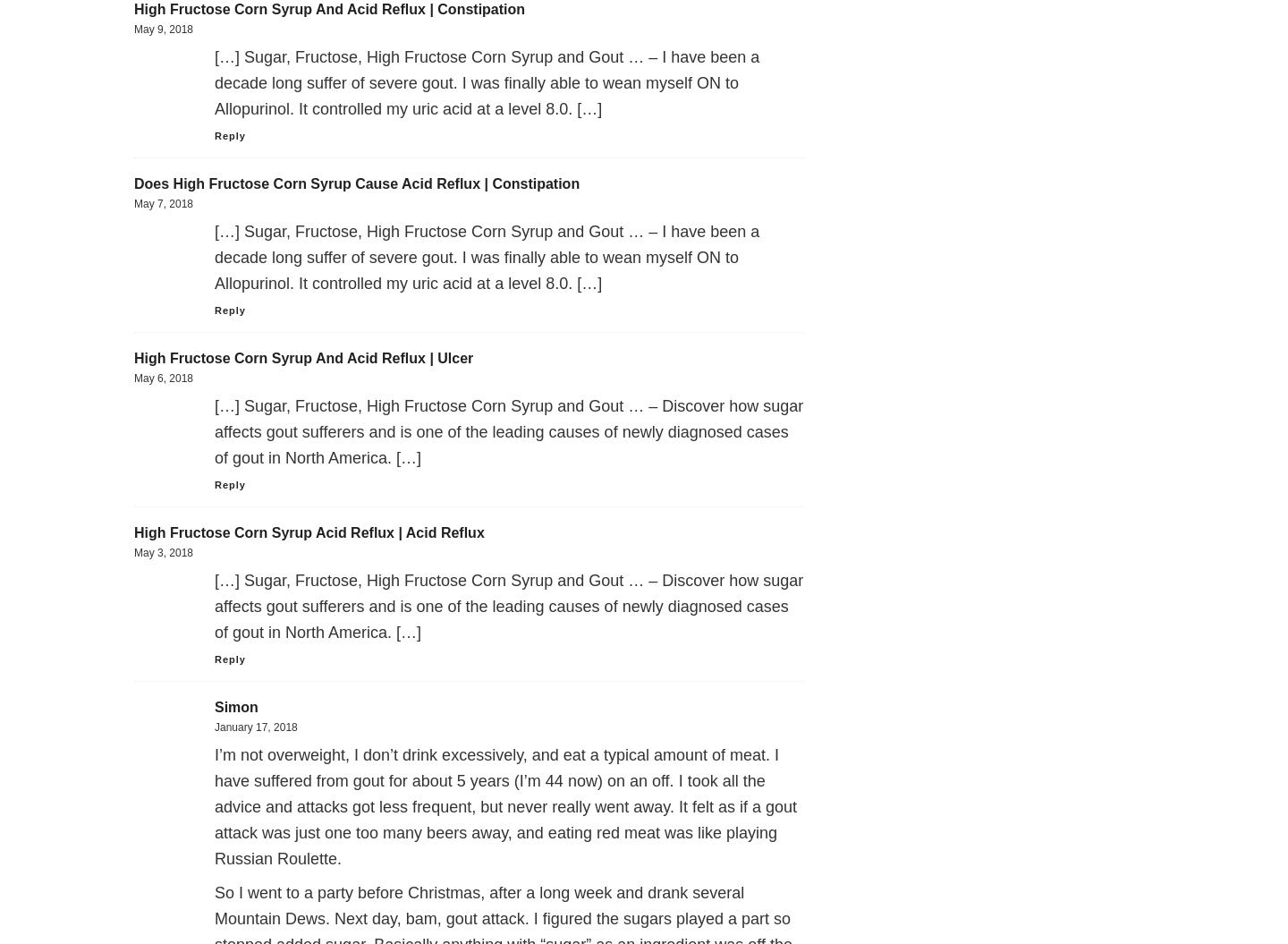 This screenshot has height=944, width=1288. Describe the element at coordinates (356, 183) in the screenshot. I see `'Does High Fructose Corn Syrup Cause Acid Reflux | Constipation'` at that location.